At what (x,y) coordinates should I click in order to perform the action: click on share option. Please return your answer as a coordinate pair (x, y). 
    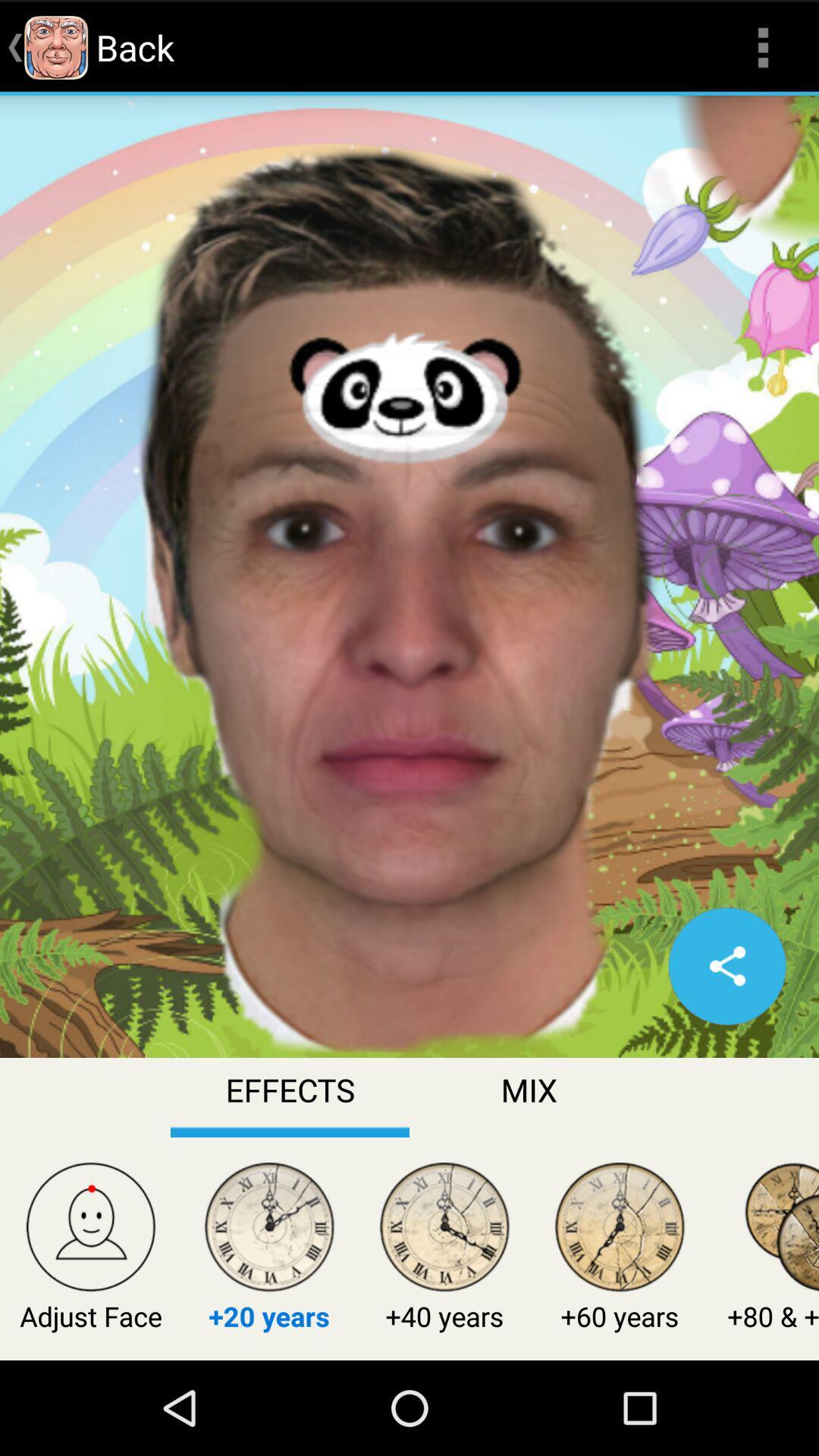
    Looking at the image, I should click on (726, 965).